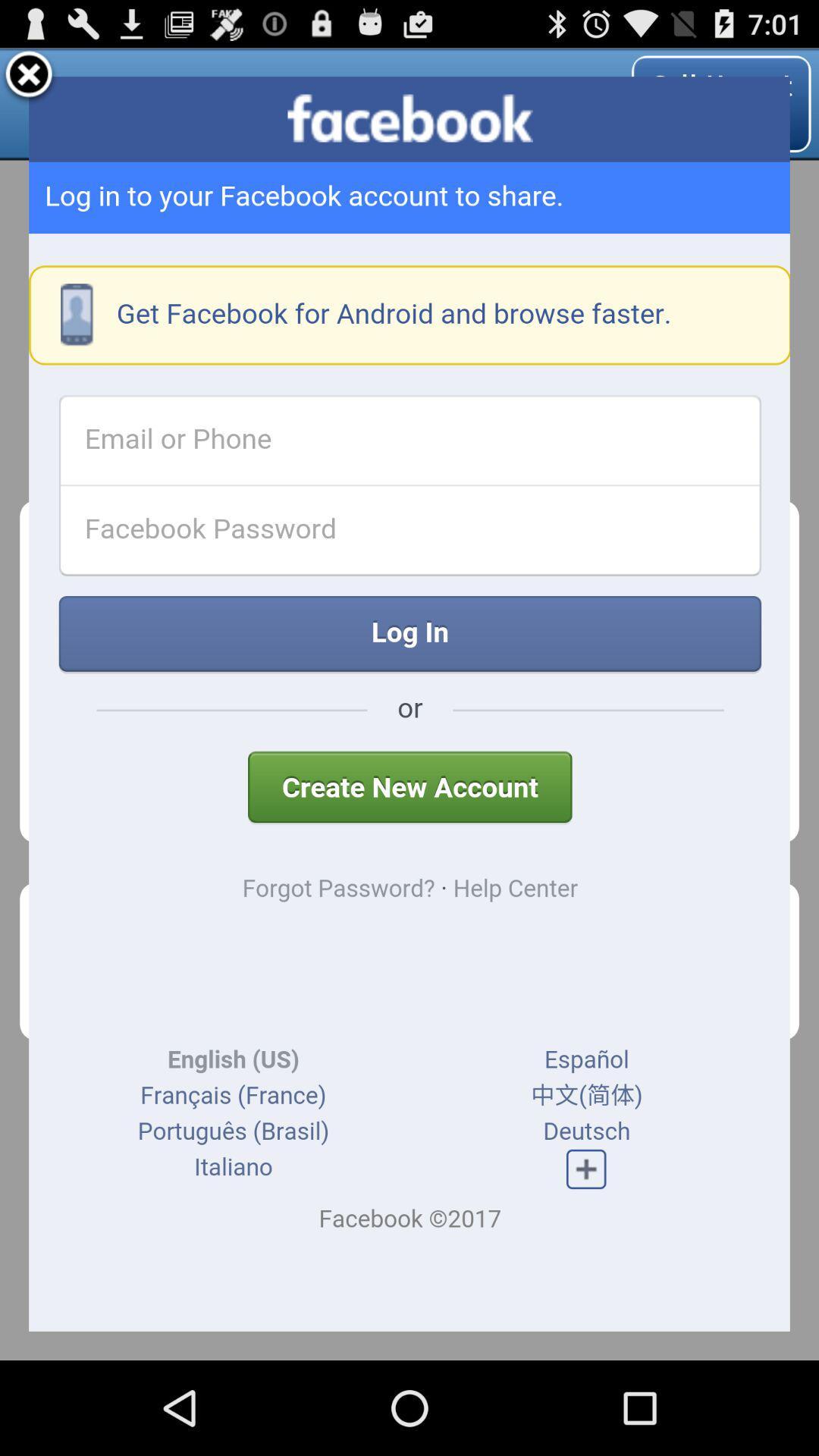 The height and width of the screenshot is (1456, 819). I want to click on the window, so click(29, 76).